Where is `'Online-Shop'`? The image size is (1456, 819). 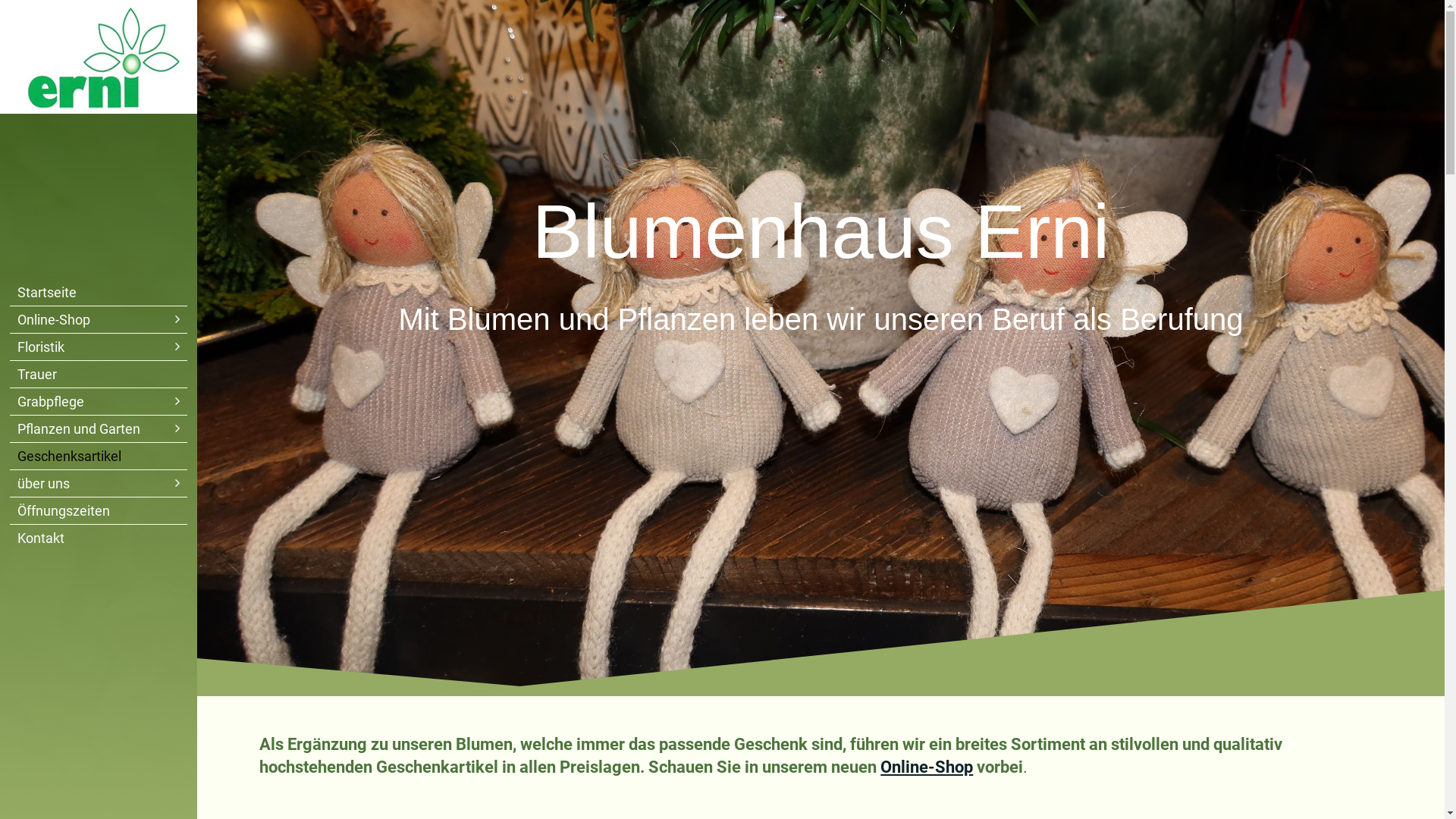
'Online-Shop' is located at coordinates (926, 767).